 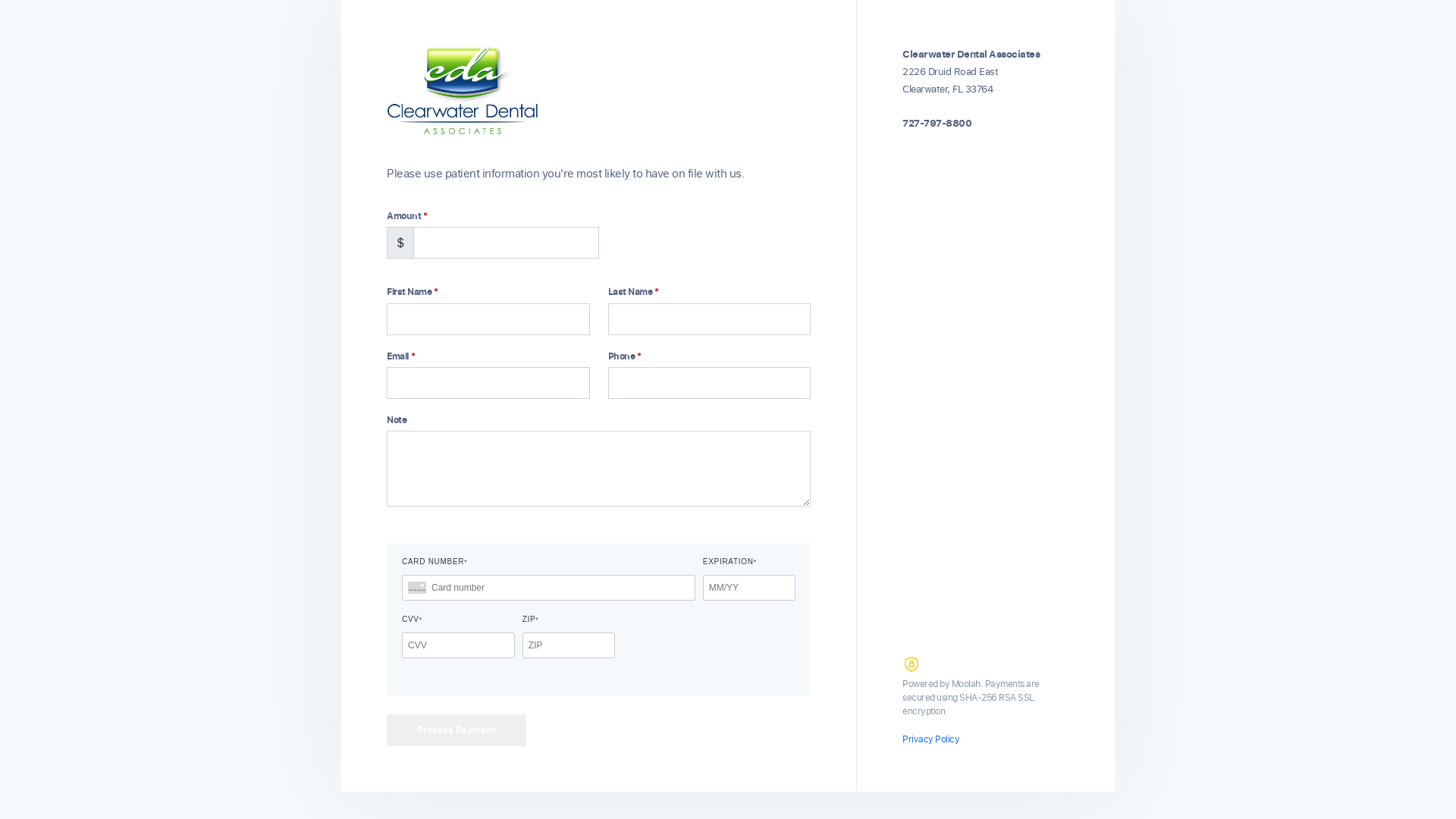 What do you see at coordinates (455, 730) in the screenshot?
I see `'Process Payment'` at bounding box center [455, 730].